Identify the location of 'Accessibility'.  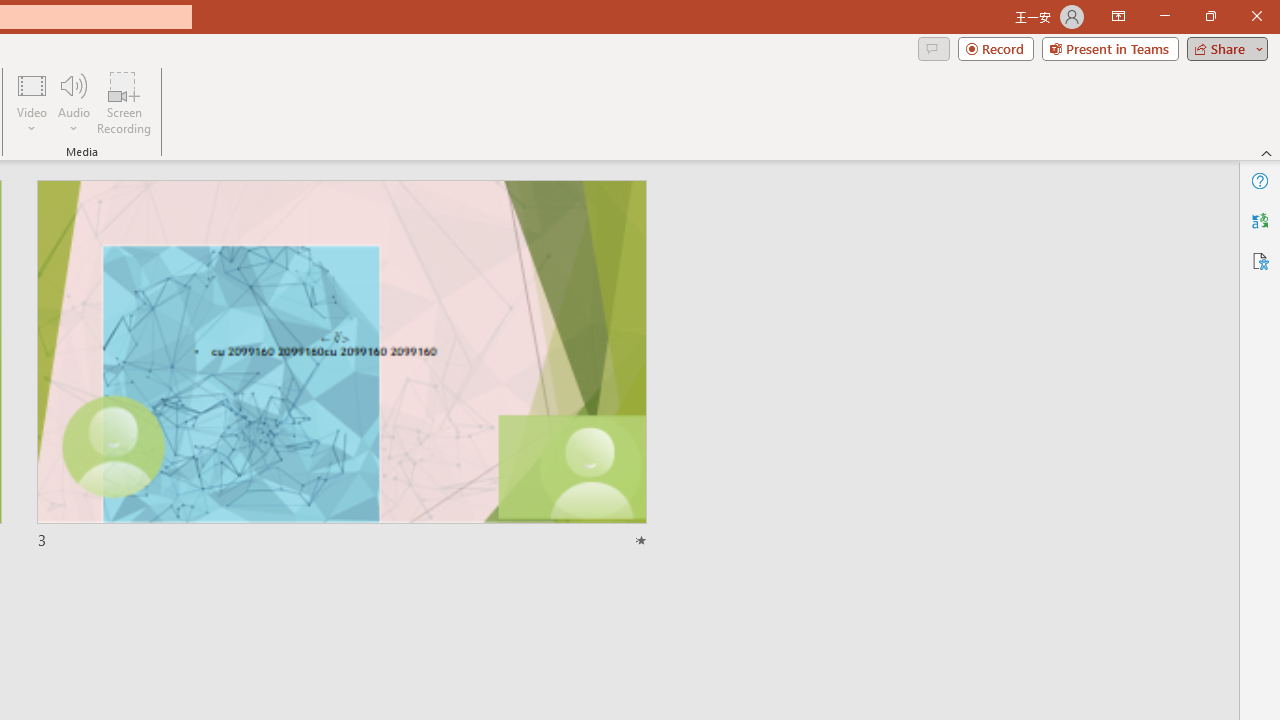
(1259, 260).